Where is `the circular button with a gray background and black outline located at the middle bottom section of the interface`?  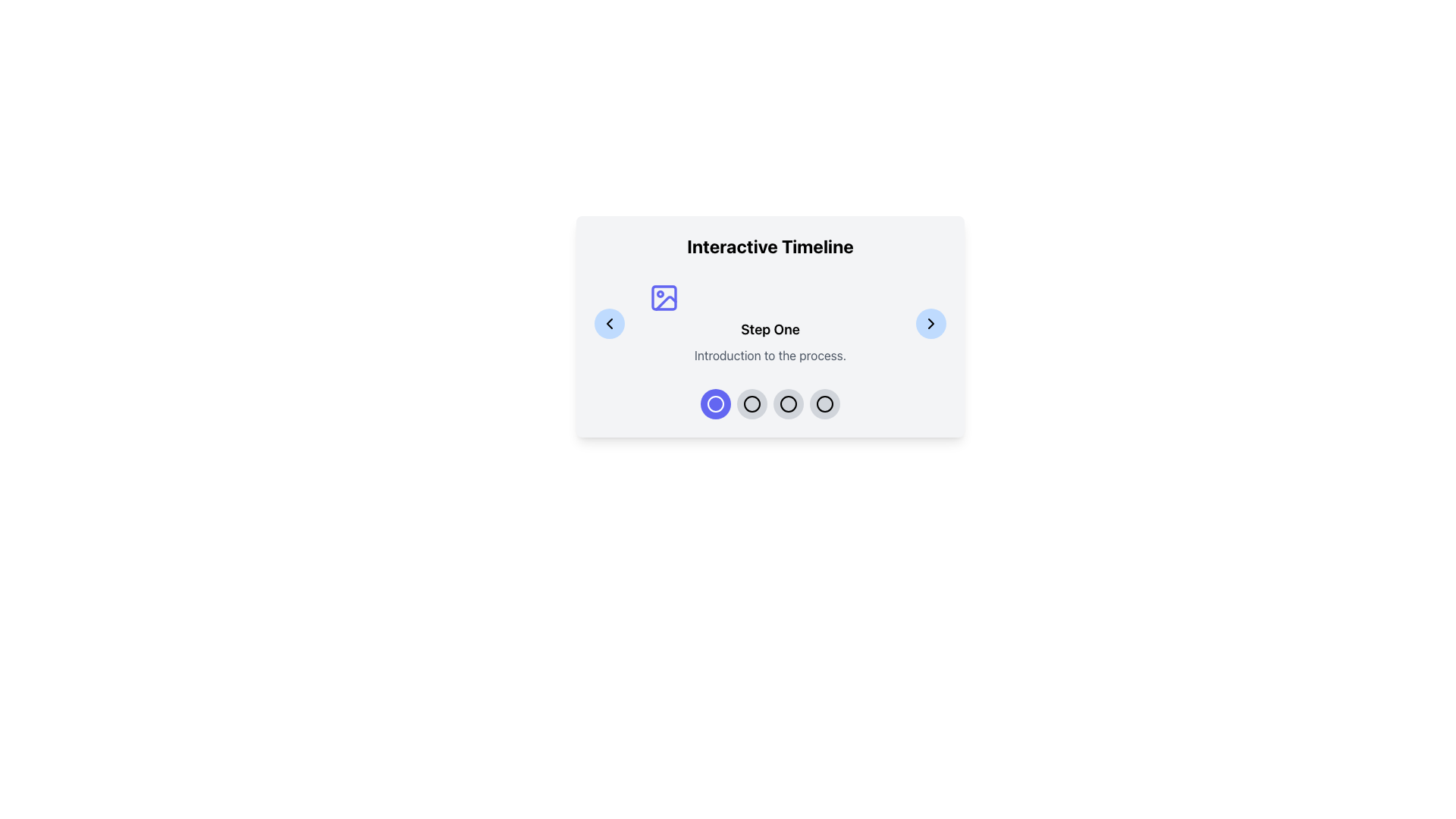 the circular button with a gray background and black outline located at the middle bottom section of the interface is located at coordinates (752, 403).